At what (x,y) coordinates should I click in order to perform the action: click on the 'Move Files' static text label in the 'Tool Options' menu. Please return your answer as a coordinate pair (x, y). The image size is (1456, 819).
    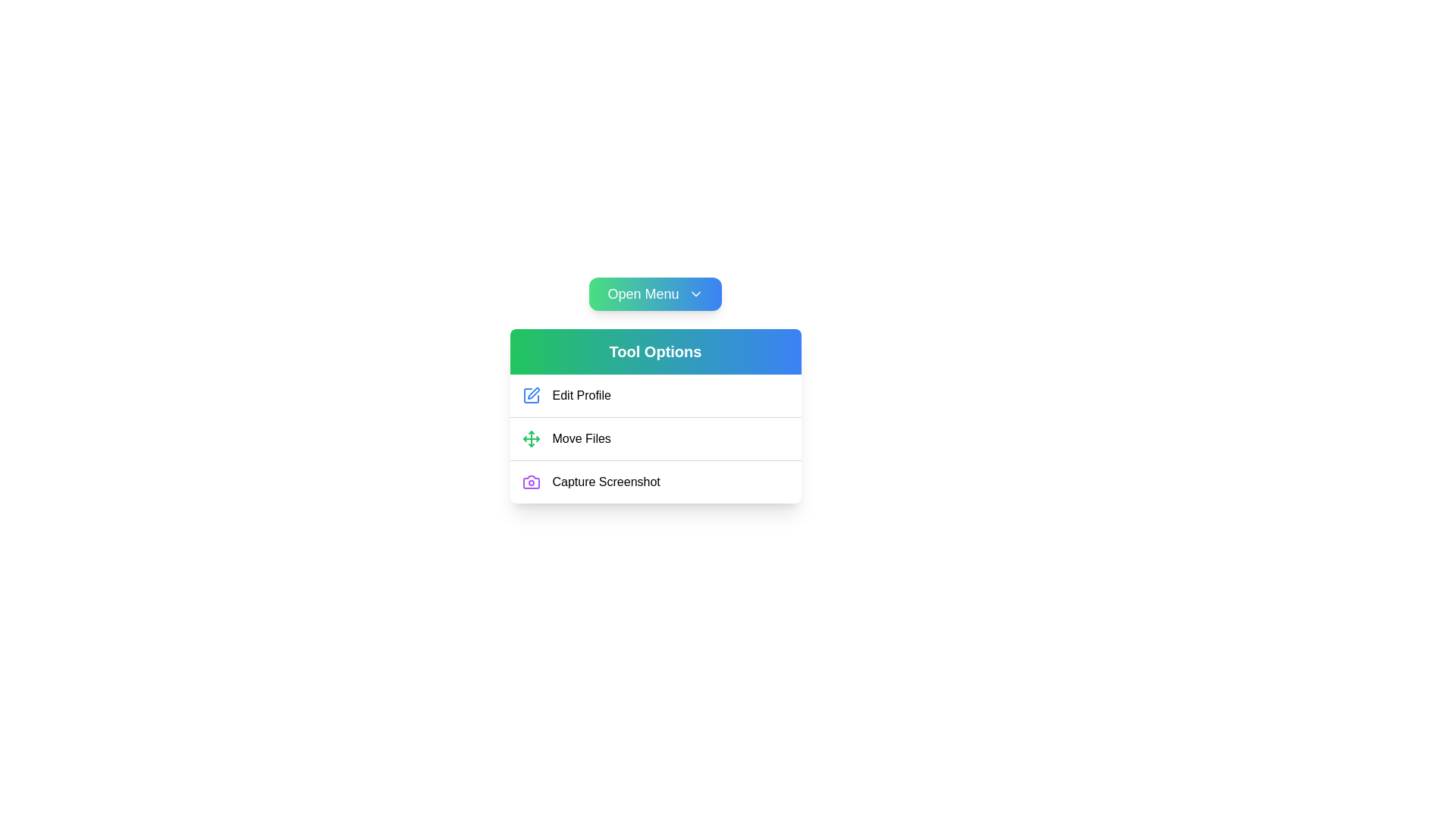
    Looking at the image, I should click on (581, 438).